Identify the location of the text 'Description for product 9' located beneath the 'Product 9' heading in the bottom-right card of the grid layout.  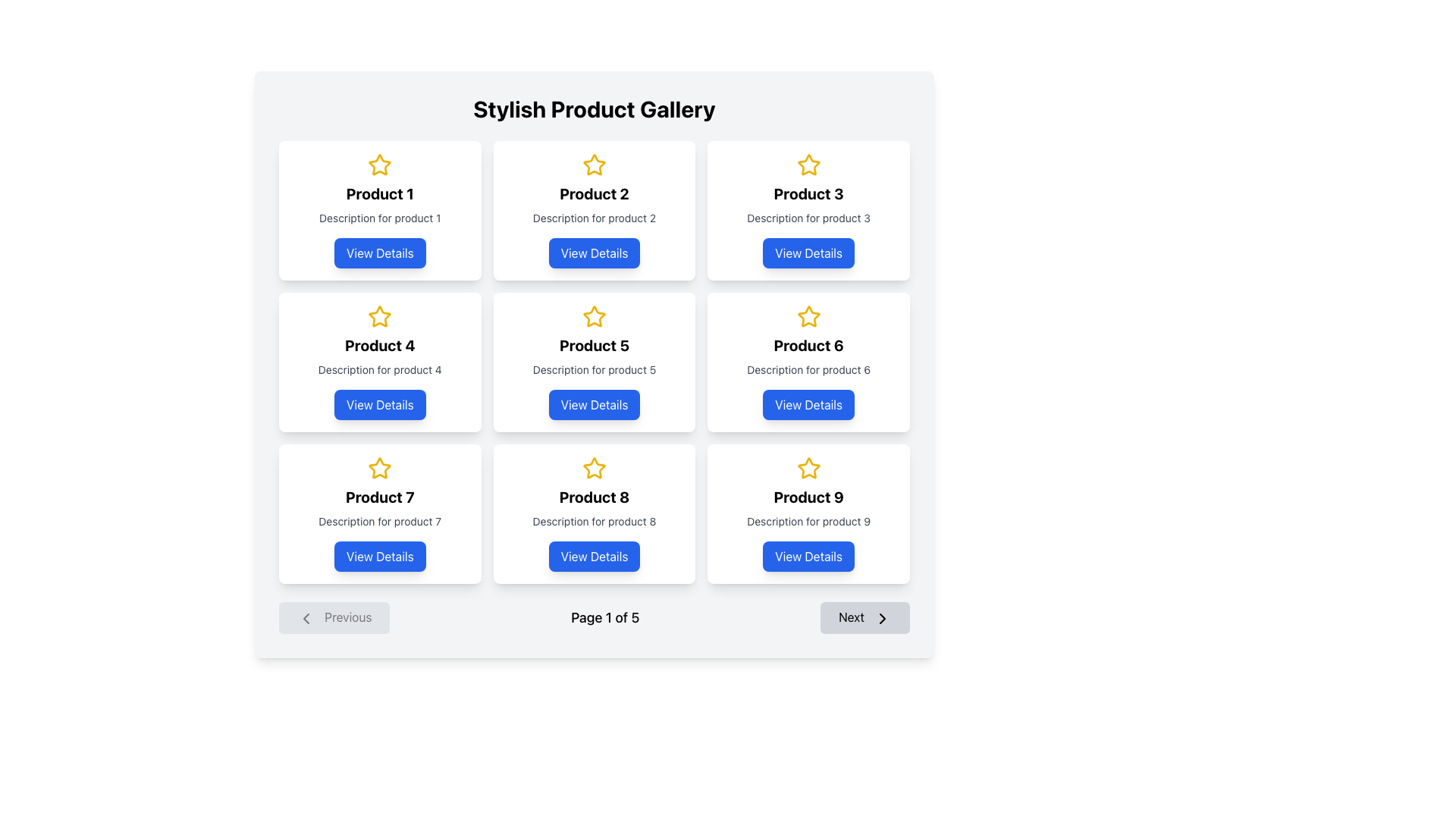
(808, 520).